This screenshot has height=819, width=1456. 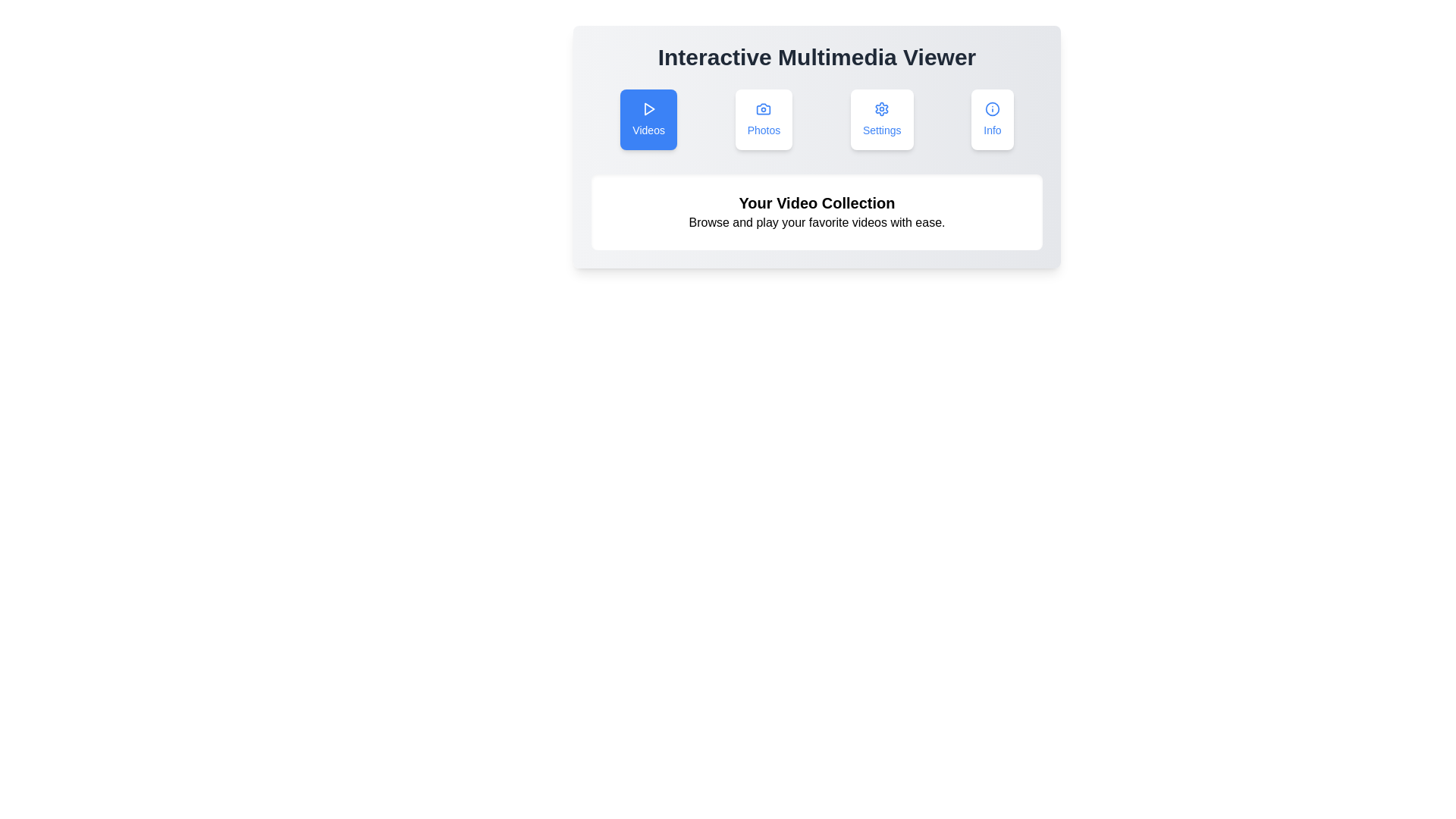 What do you see at coordinates (992, 108) in the screenshot?
I see `the SVG Circle representing the 'Info' button located in the upper-right section of the grouped toolbar` at bounding box center [992, 108].